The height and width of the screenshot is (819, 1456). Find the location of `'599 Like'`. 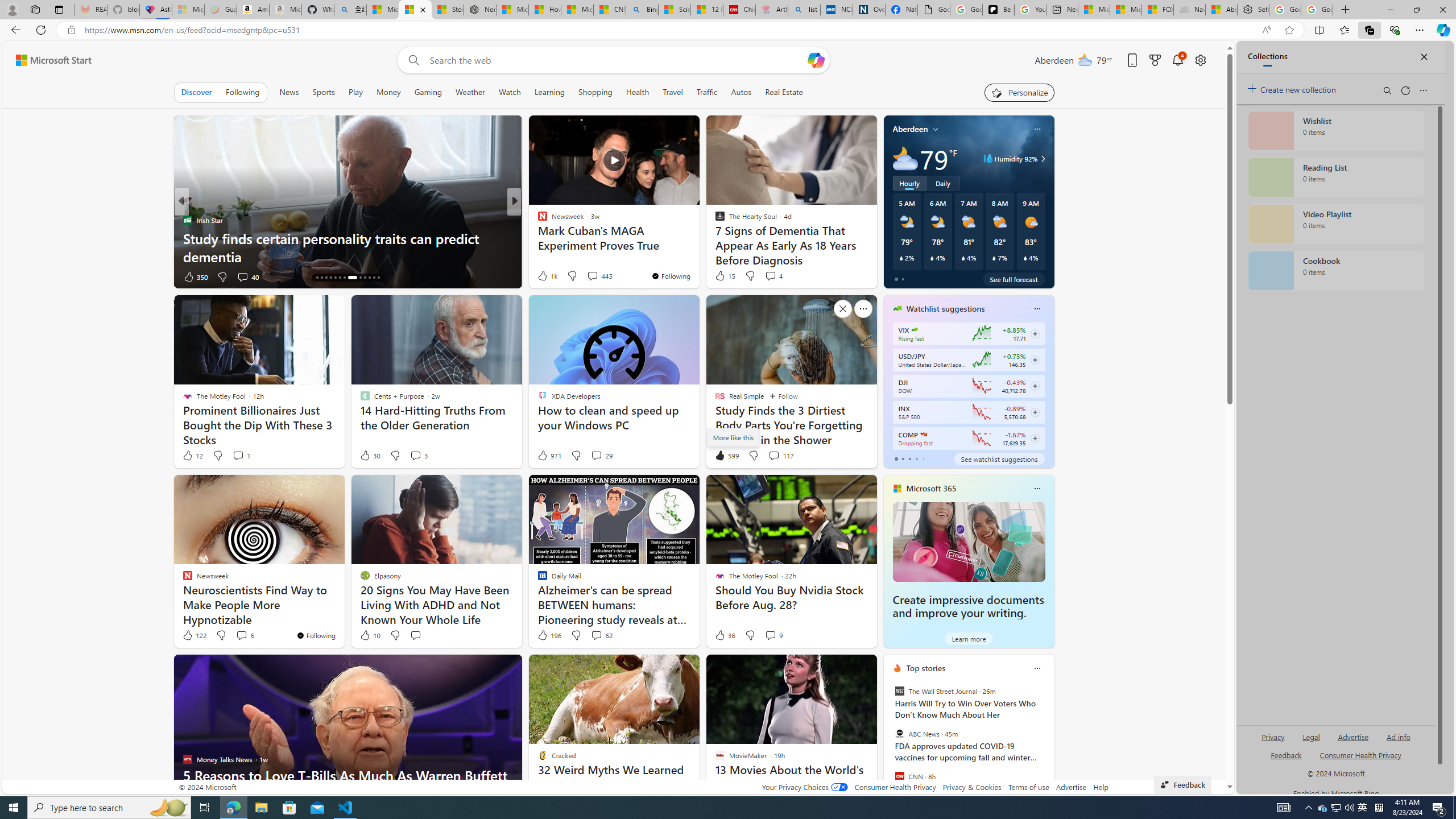

'599 Like' is located at coordinates (726, 455).